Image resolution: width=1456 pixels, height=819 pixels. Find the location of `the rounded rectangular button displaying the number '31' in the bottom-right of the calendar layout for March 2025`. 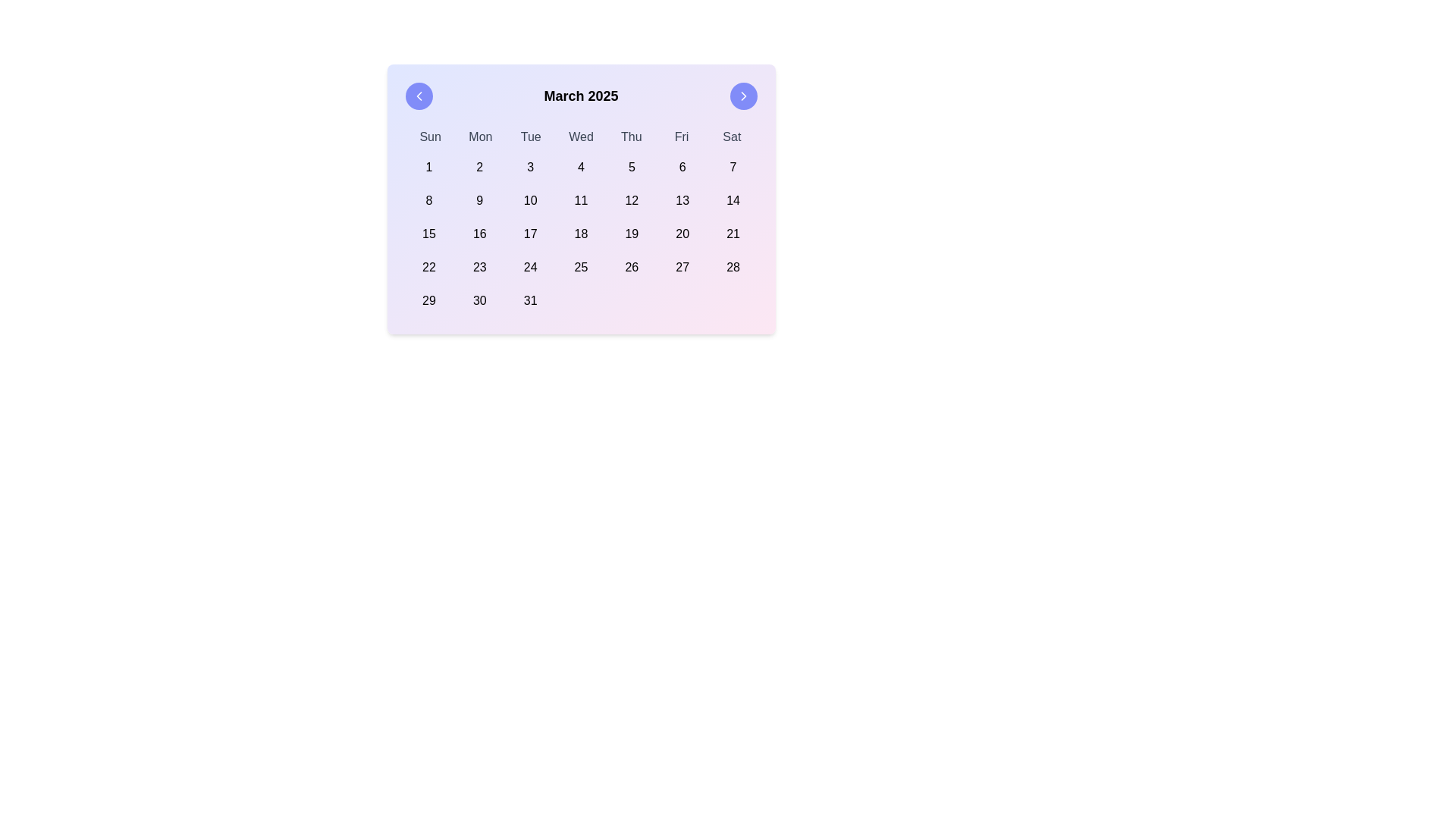

the rounded rectangular button displaying the number '31' in the bottom-right of the calendar layout for March 2025 is located at coordinates (530, 301).